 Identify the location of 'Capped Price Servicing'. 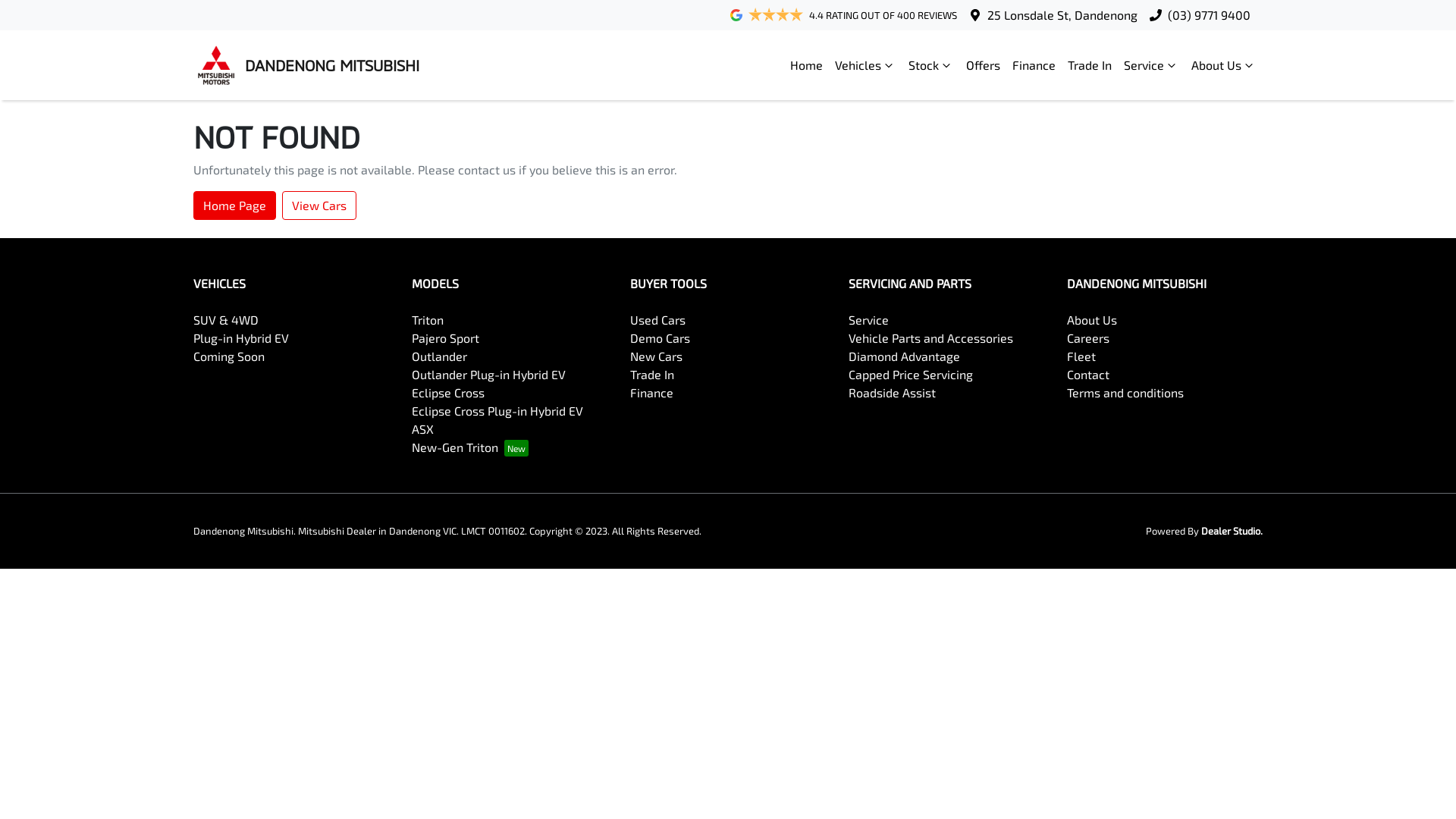
(847, 374).